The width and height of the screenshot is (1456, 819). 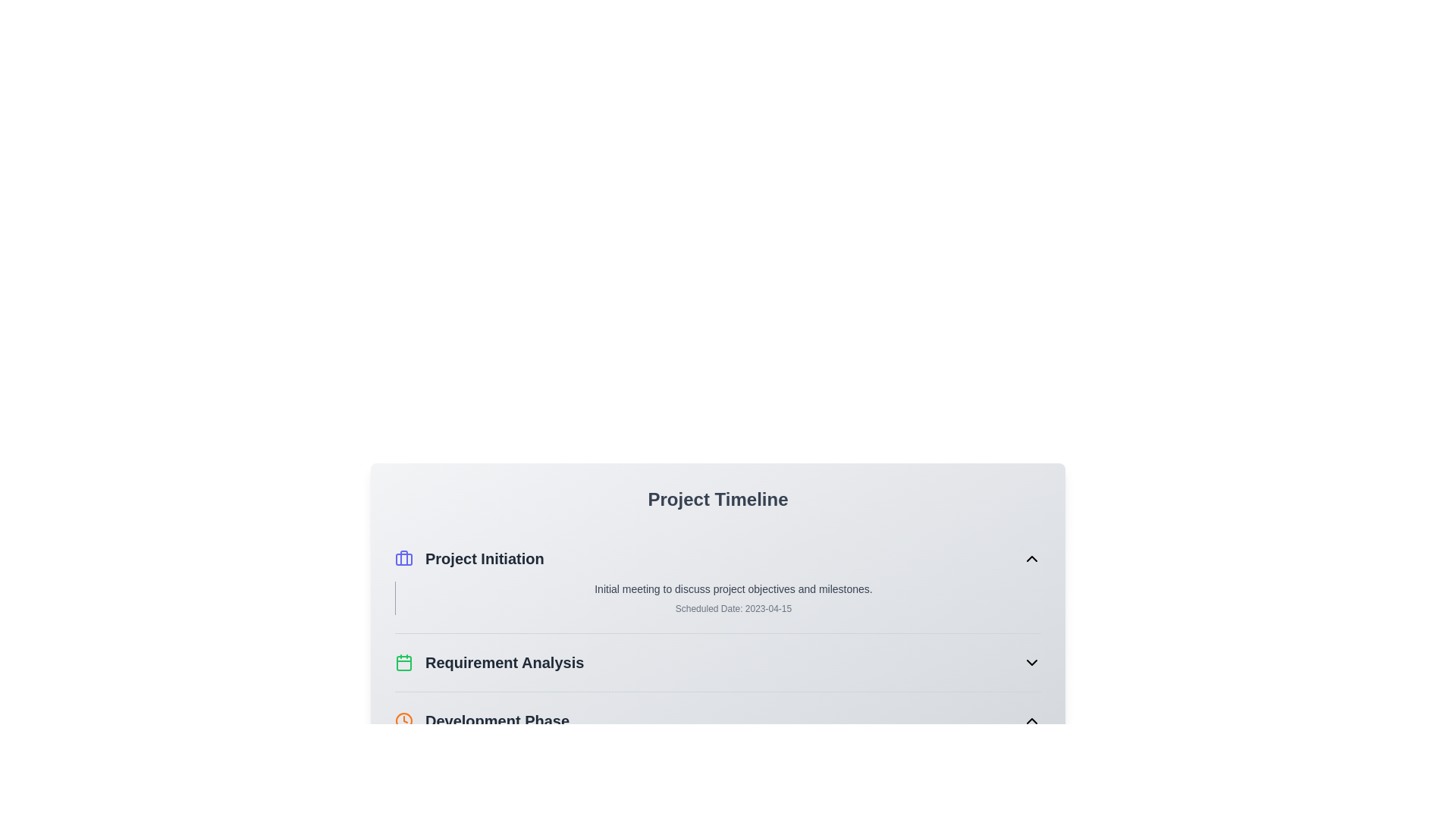 I want to click on the orange clock icon located to the left of the 'Development Phase' text in the 'Project Timeline' list, so click(x=403, y=720).